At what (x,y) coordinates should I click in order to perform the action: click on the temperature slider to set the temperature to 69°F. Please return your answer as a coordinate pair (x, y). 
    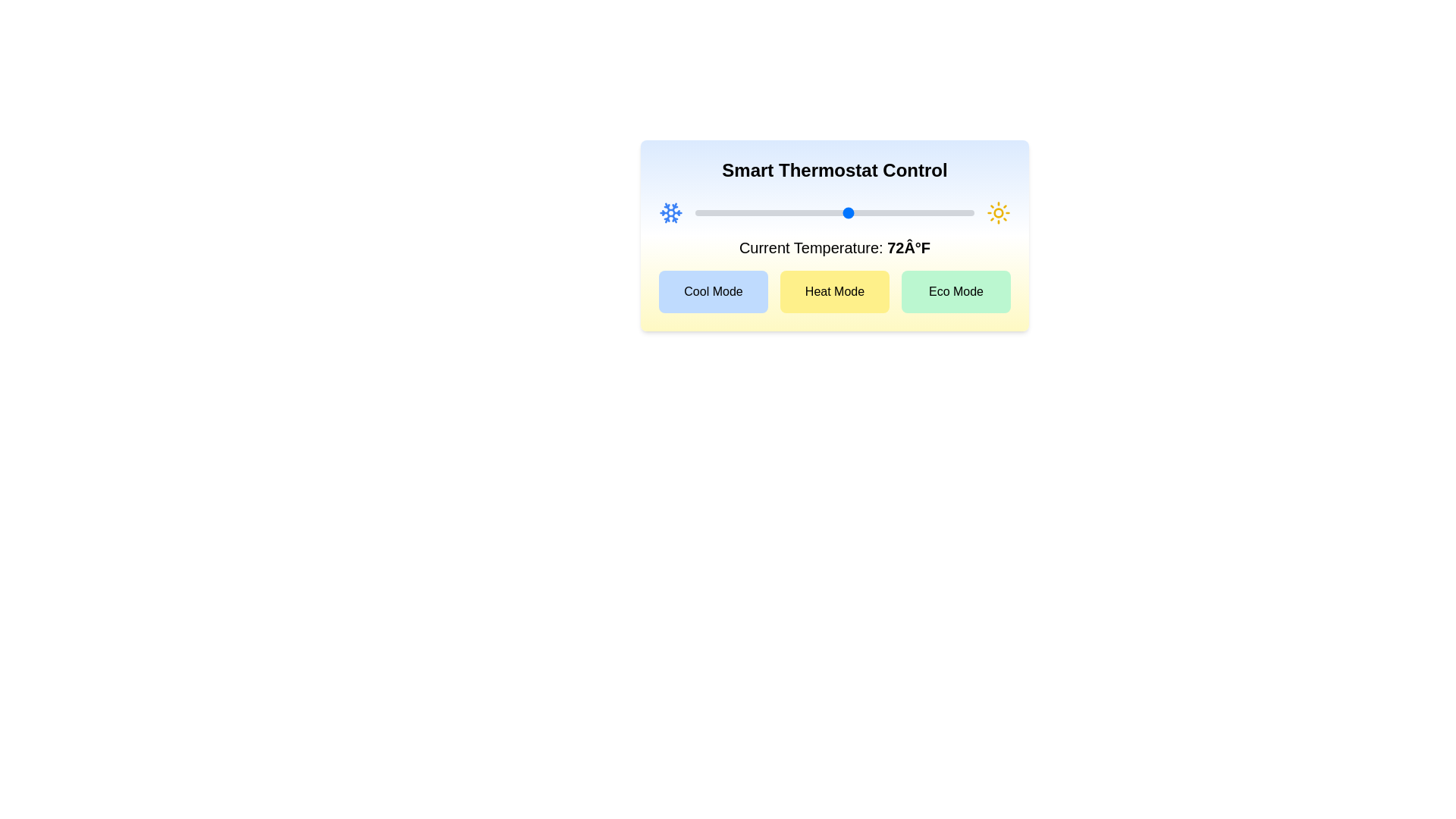
    Looking at the image, I should click on (827, 213).